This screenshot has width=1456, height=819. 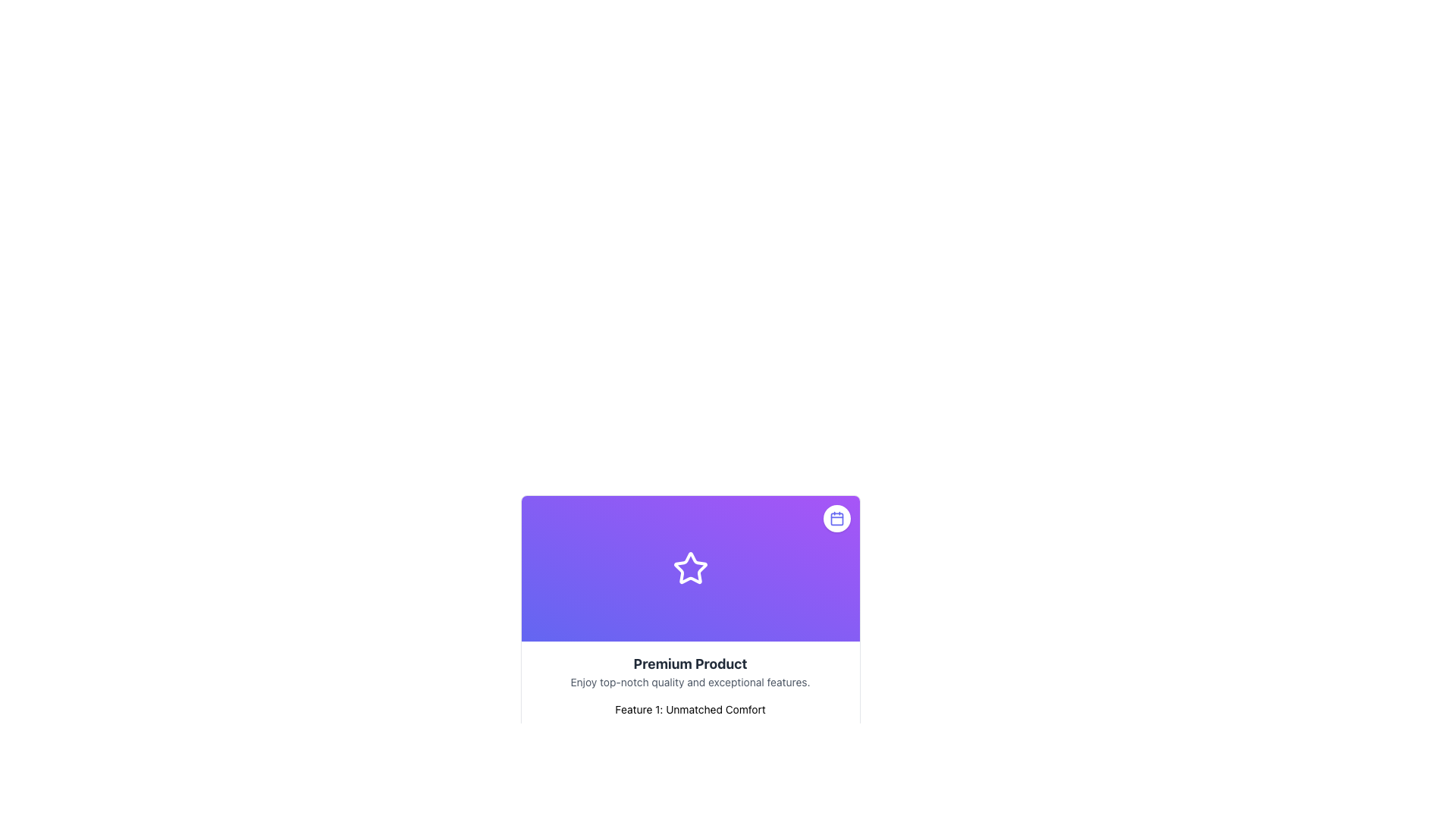 What do you see at coordinates (836, 517) in the screenshot?
I see `the calendar icon located at the top-right corner of the card, which is part of a button with a white color against a purple background` at bounding box center [836, 517].